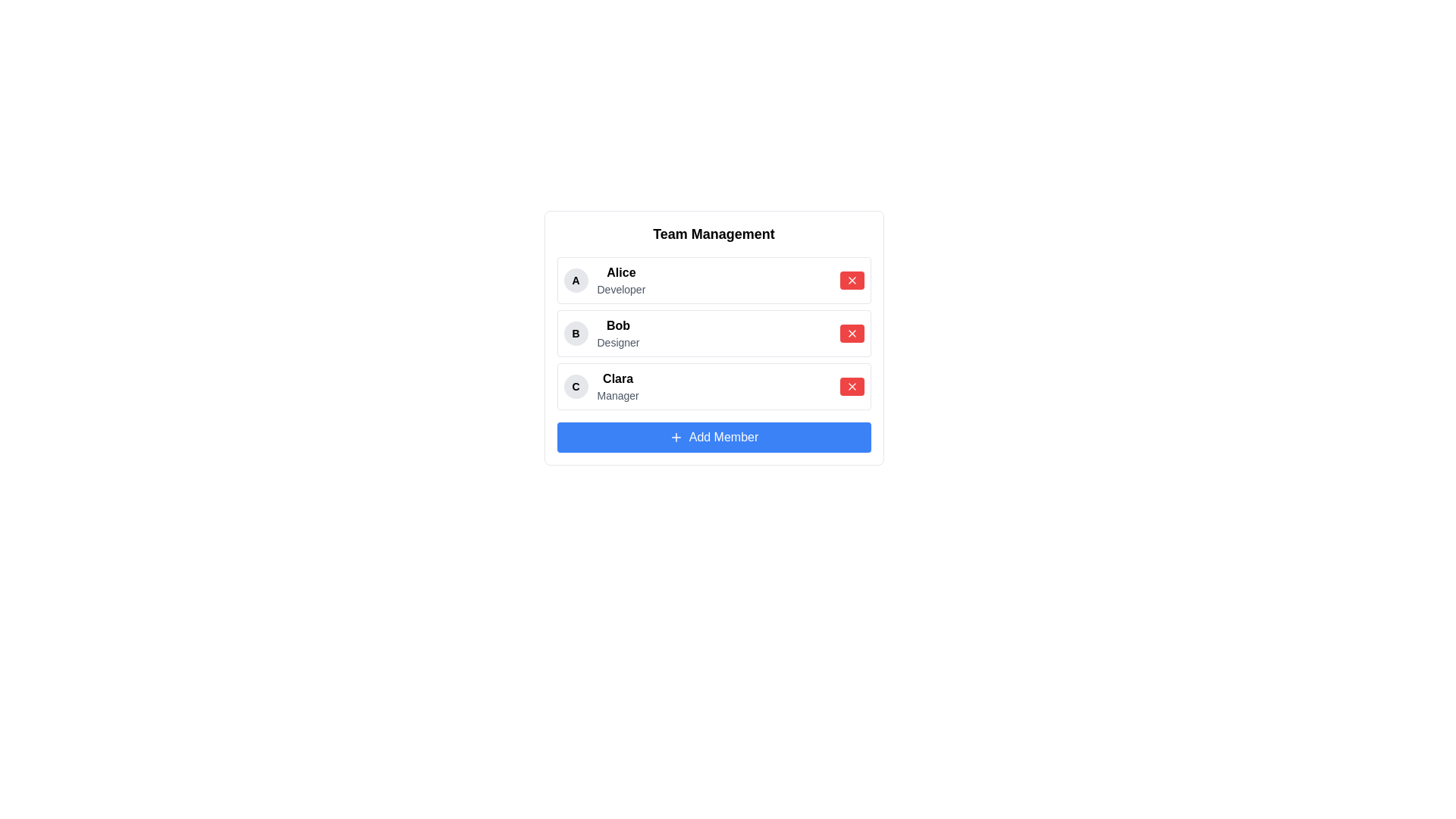 The image size is (1456, 819). What do you see at coordinates (618, 342) in the screenshot?
I see `text displayed in the label showing Bob's role or title, which is located in the second row of the list, beneath the 'Bob' label` at bounding box center [618, 342].